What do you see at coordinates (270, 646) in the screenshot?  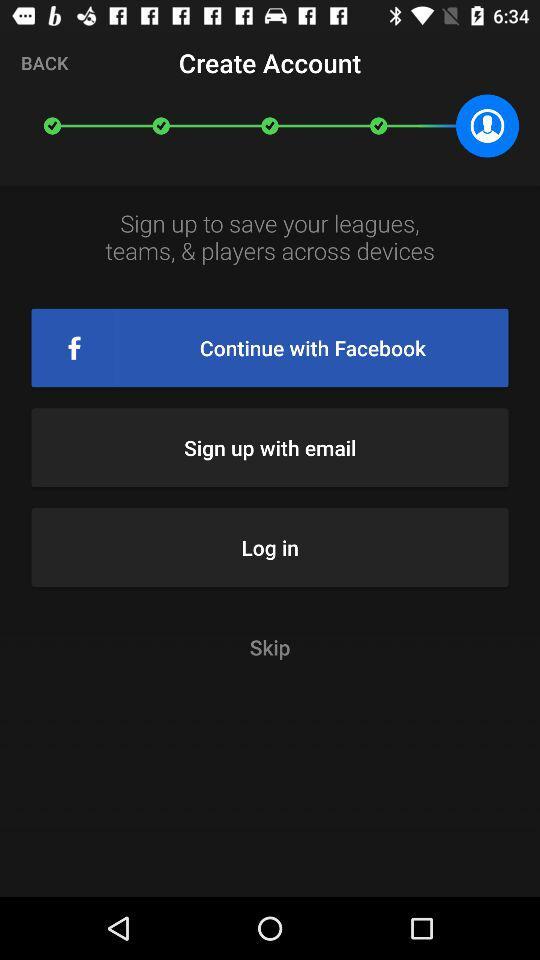 I see `the skip icon` at bounding box center [270, 646].